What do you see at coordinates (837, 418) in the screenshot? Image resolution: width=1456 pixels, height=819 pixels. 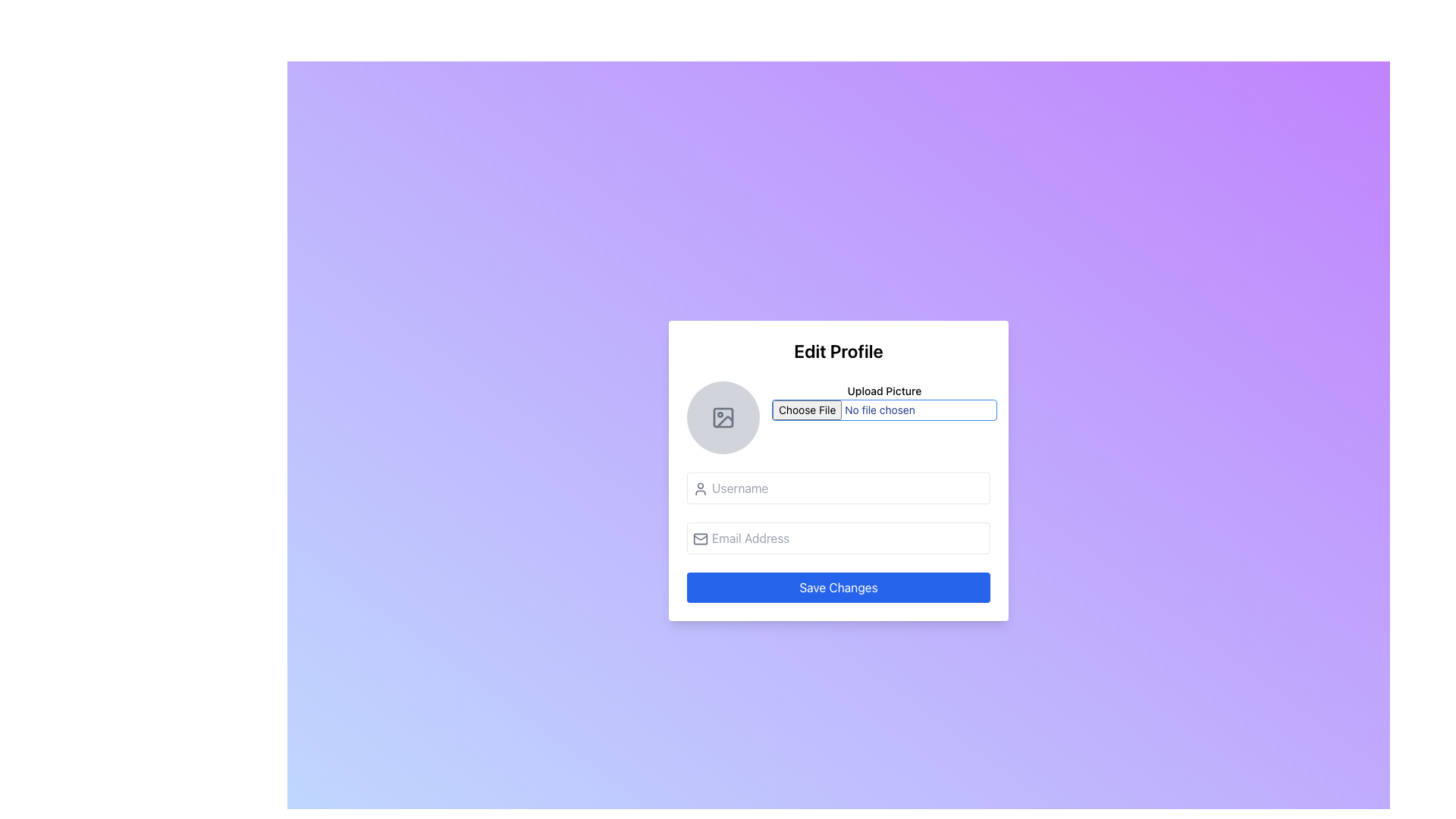 I see `the file input field labeled 'Upload Picture', which is located below the 'Edit Profile' heading and above the username and email fields` at bounding box center [837, 418].